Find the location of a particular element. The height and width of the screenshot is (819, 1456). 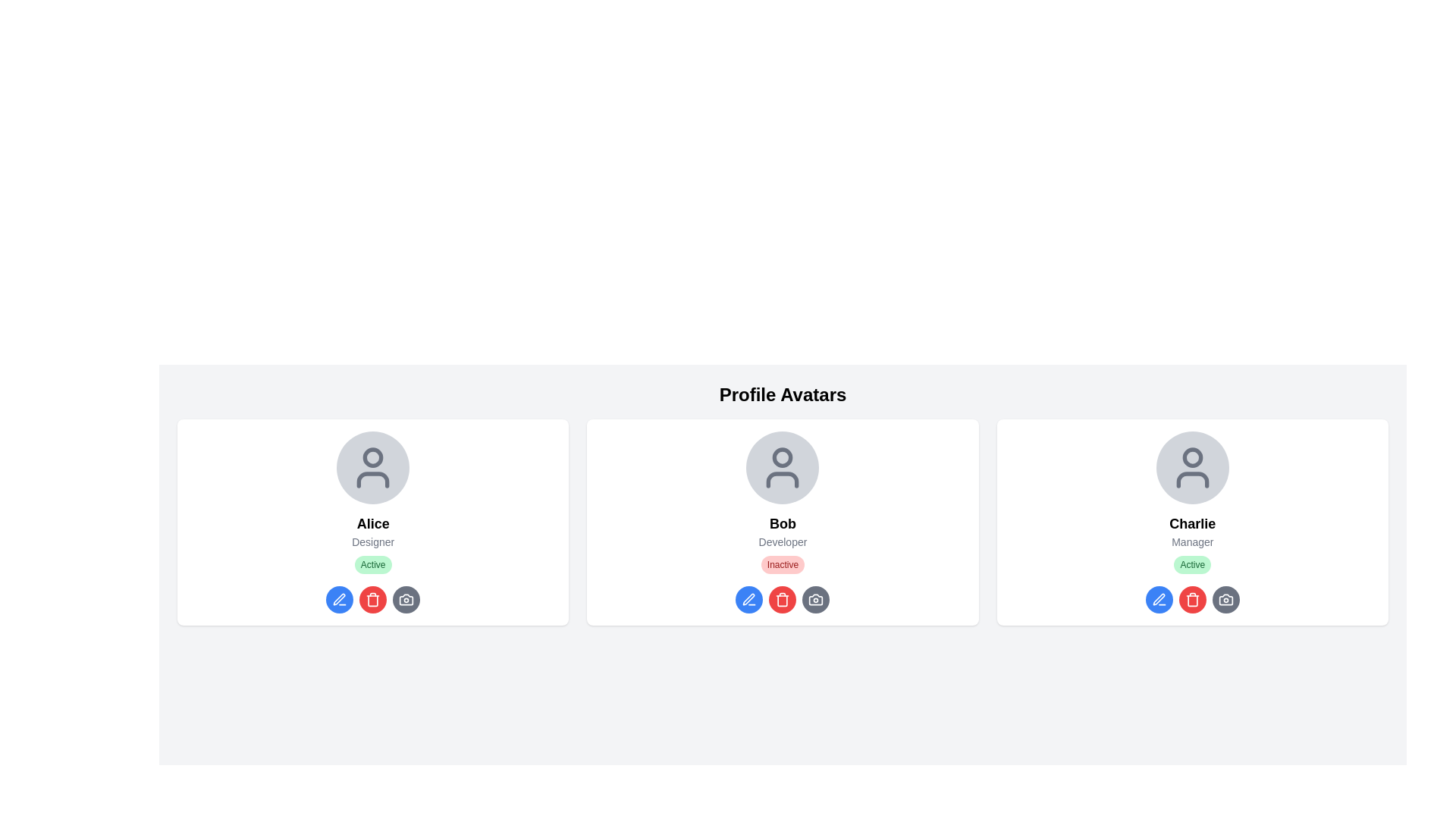

the static text label displaying 'Designer', which is visually aligned below the bold name 'Alice' and above the green badge labeled 'Active' is located at coordinates (373, 541).